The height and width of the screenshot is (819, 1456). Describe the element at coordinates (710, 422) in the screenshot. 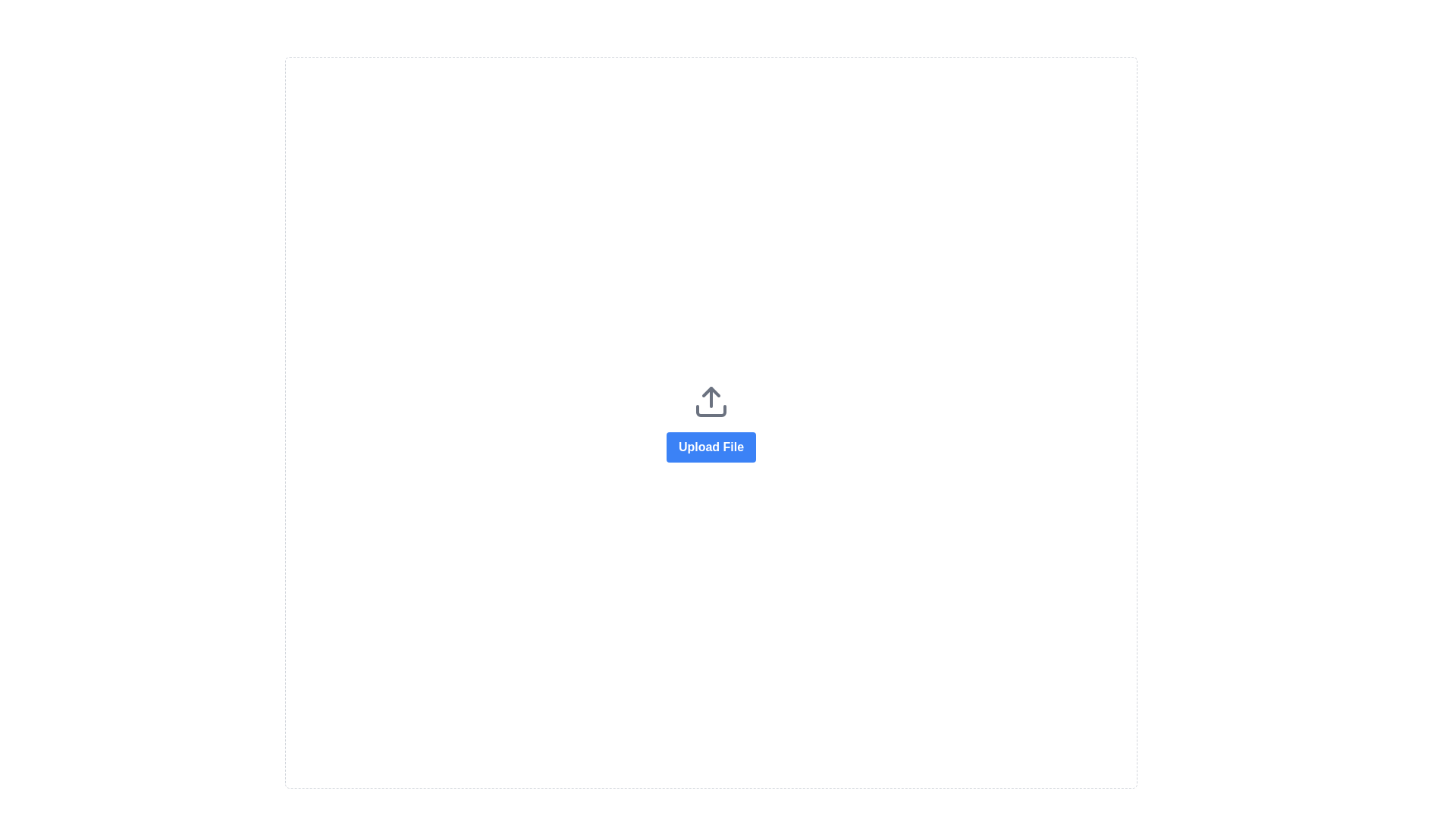

I see `the 'Upload File' button, which is part of a combined graphic and button element located in the center of the layout` at that location.